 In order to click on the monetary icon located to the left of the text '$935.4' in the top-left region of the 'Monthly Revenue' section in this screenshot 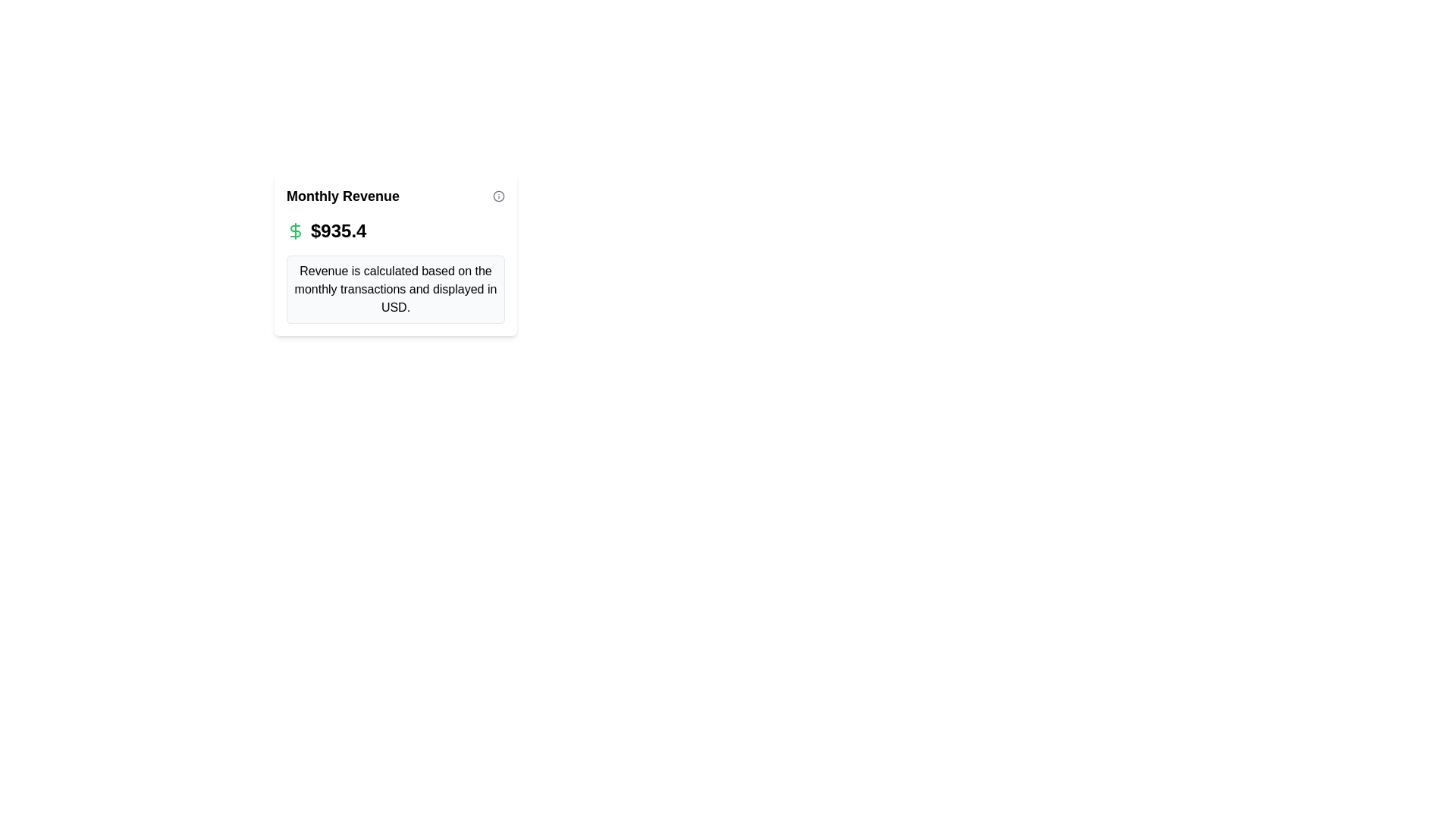, I will do `click(295, 231)`.